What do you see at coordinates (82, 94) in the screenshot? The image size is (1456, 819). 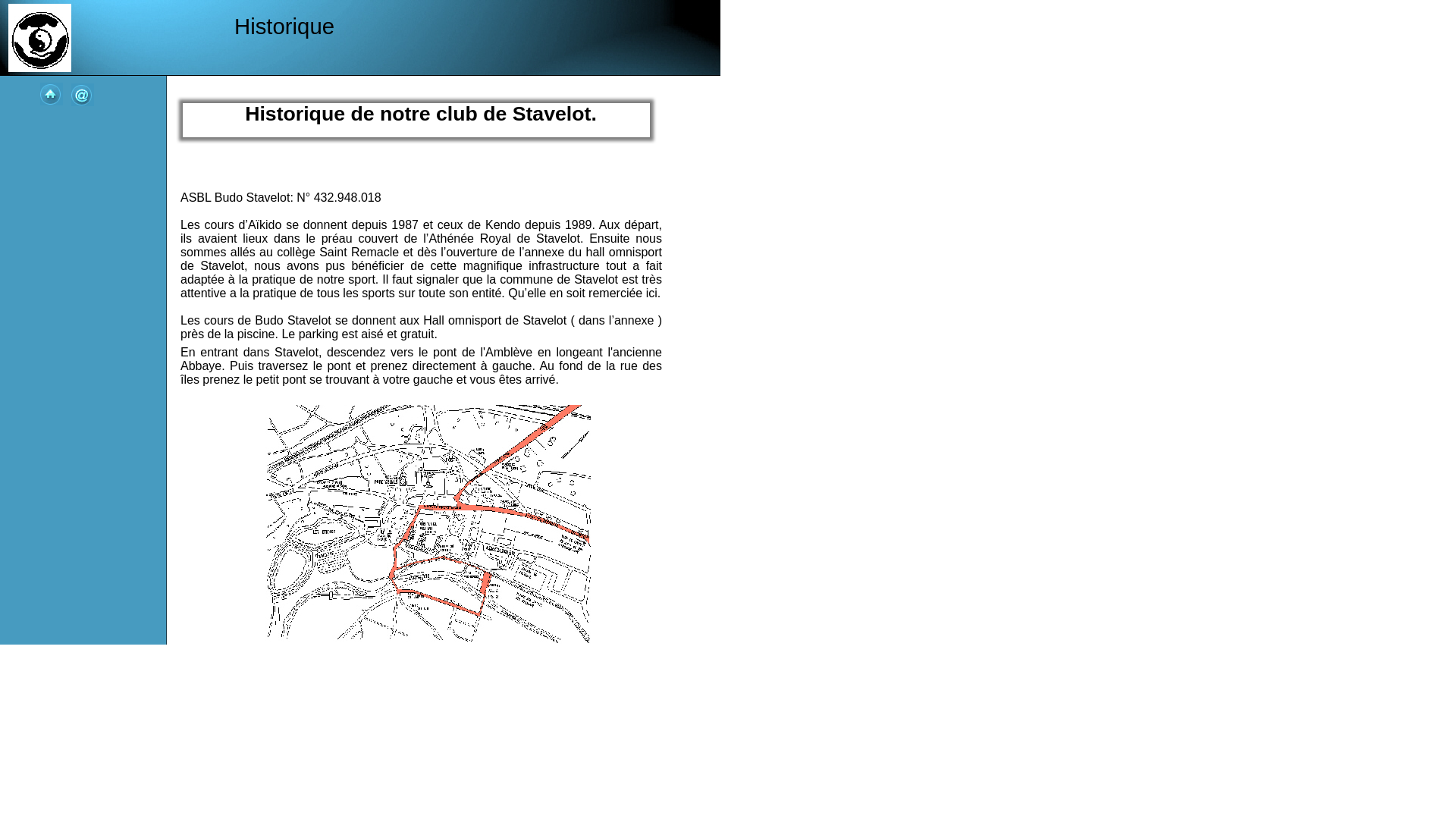 I see `'Un petit message !'` at bounding box center [82, 94].